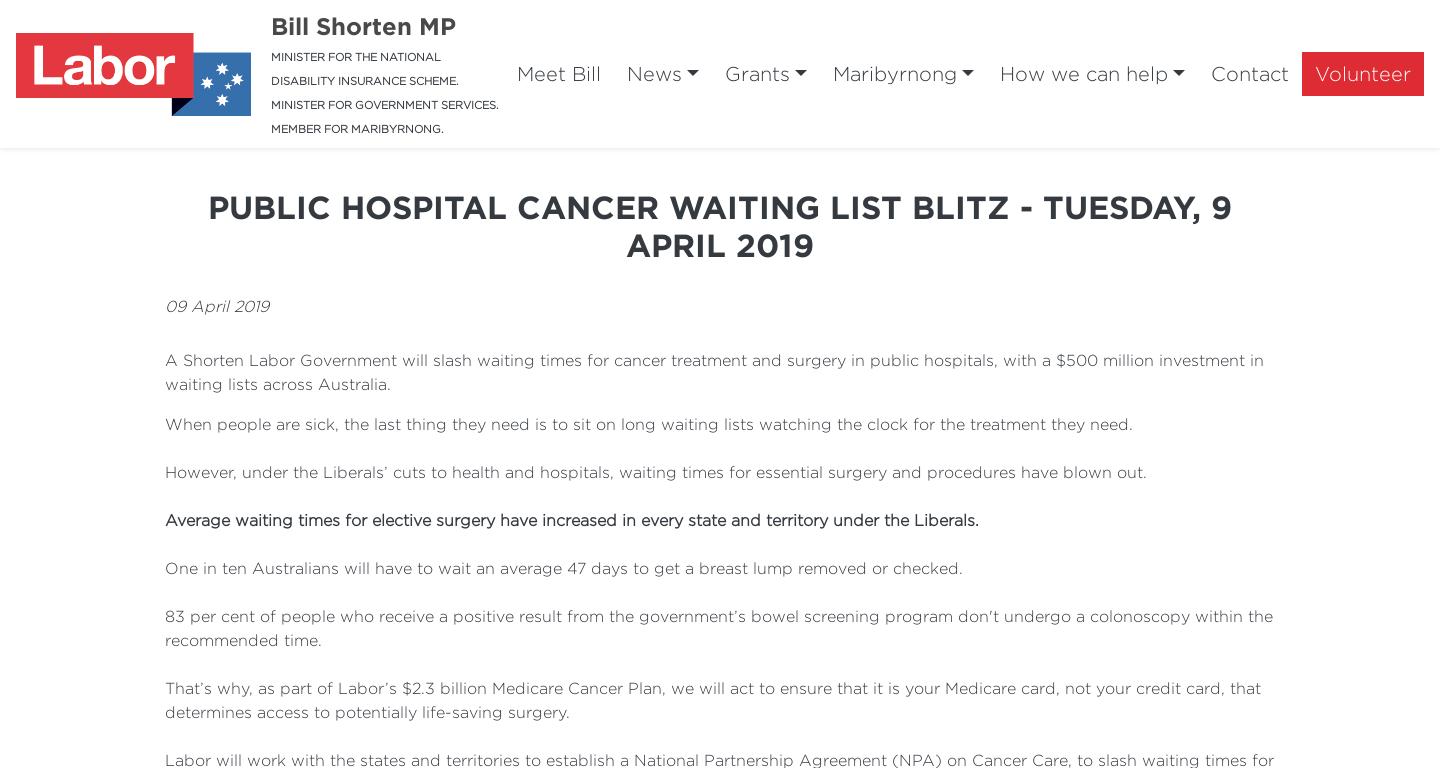 The image size is (1440, 768). Describe the element at coordinates (564, 567) in the screenshot. I see `'One in ten Australians will have to wait an average 47 days to get a breast lump removed or checked.'` at that location.